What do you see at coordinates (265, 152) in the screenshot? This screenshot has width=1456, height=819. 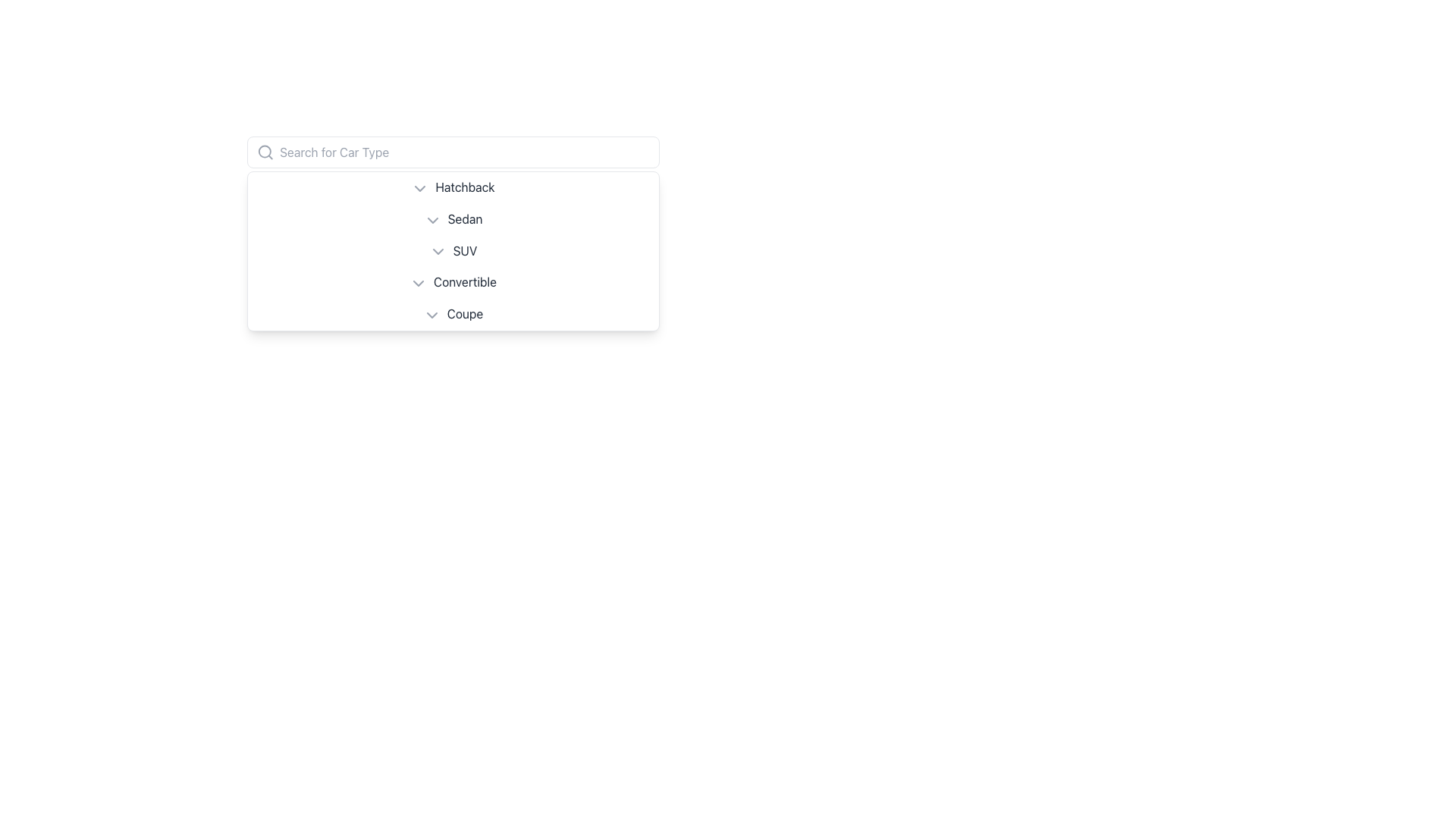 I see `the search icon located at the leftmost part of the search bar, which precedes the text input field labeled 'Search for Car Type'` at bounding box center [265, 152].